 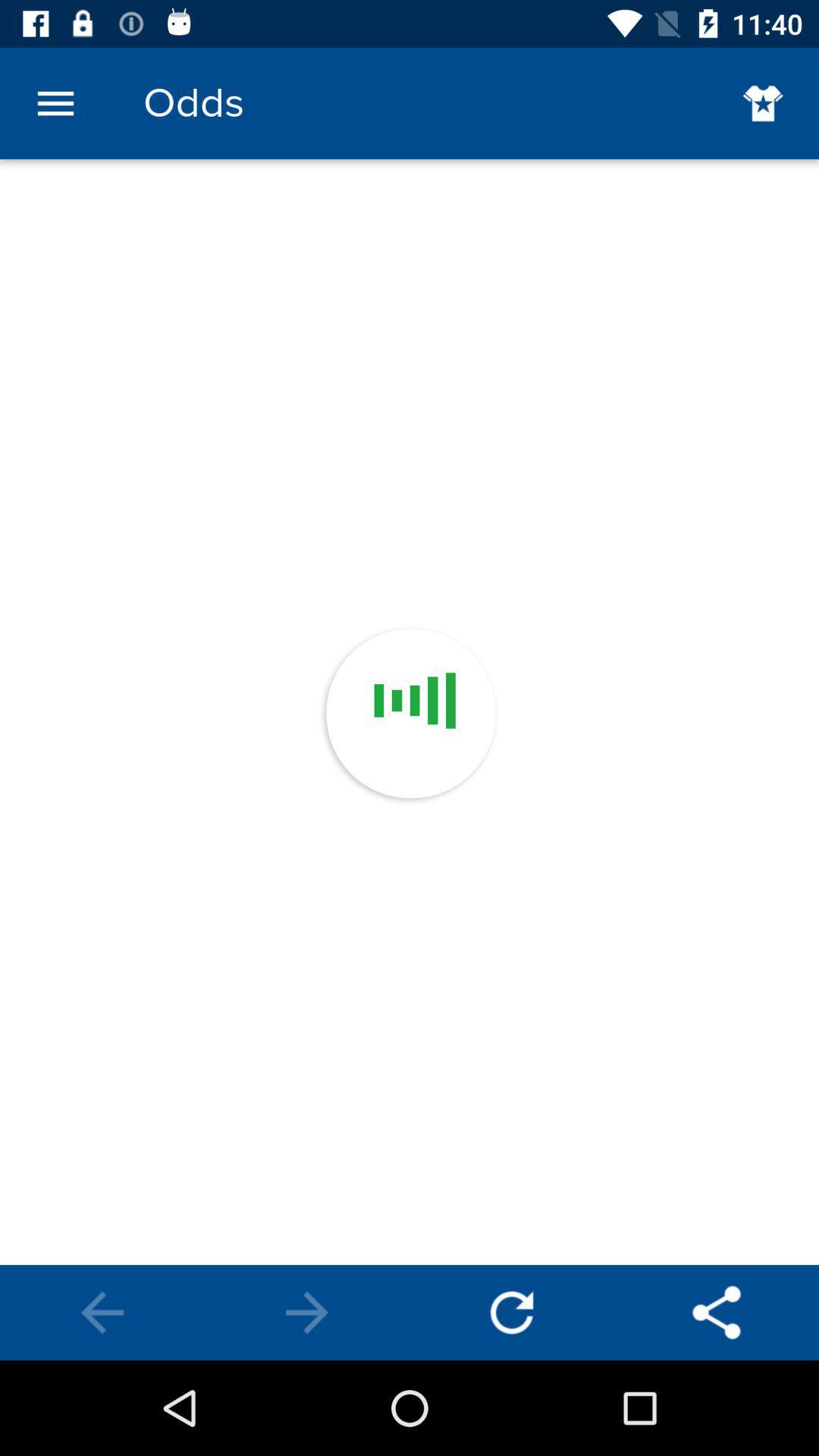 What do you see at coordinates (717, 1312) in the screenshot?
I see `share button` at bounding box center [717, 1312].